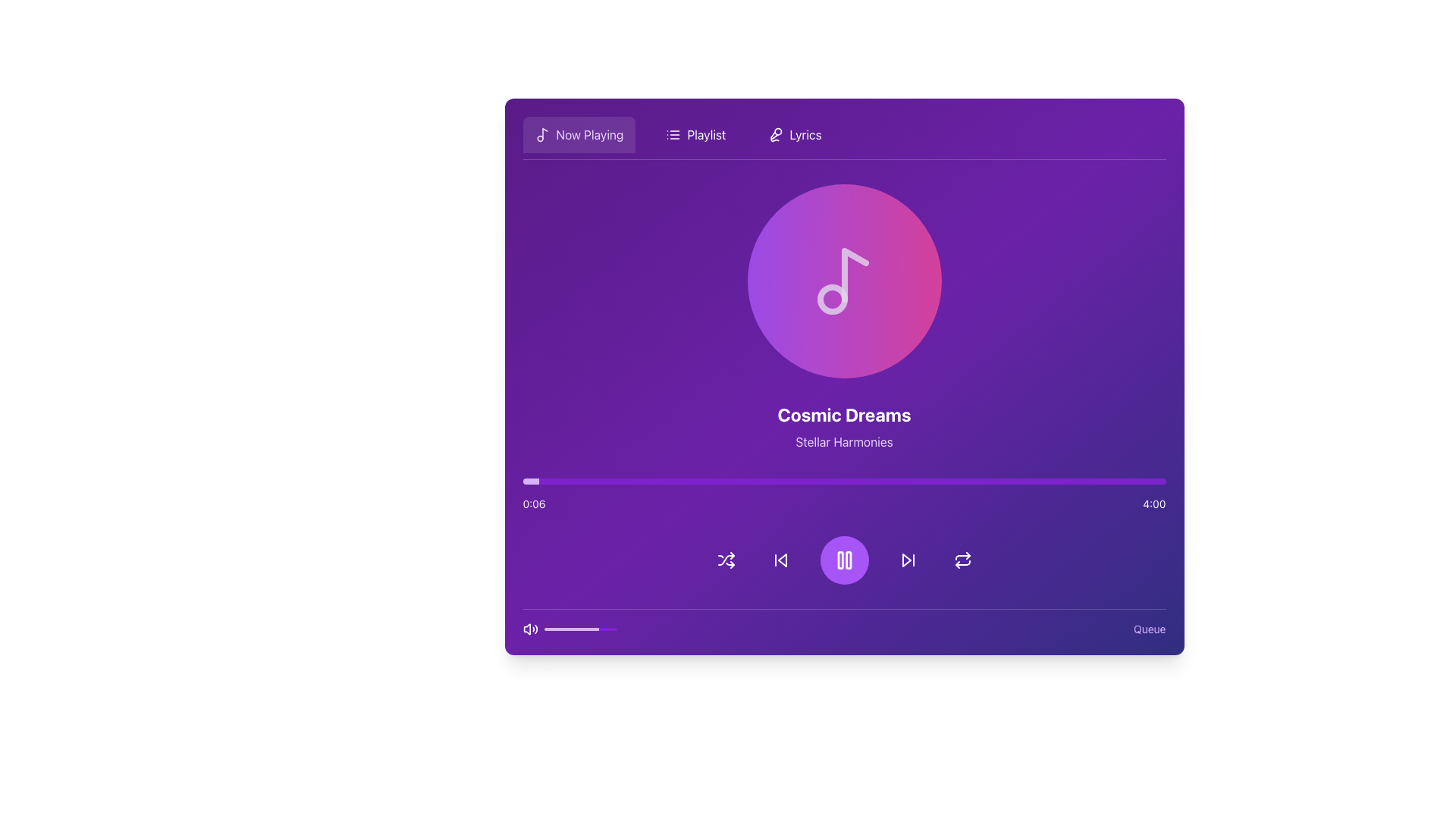 The image size is (1456, 819). What do you see at coordinates (962, 560) in the screenshot?
I see `the 'repeat' button located at the far right of the control bar in the media player interface` at bounding box center [962, 560].